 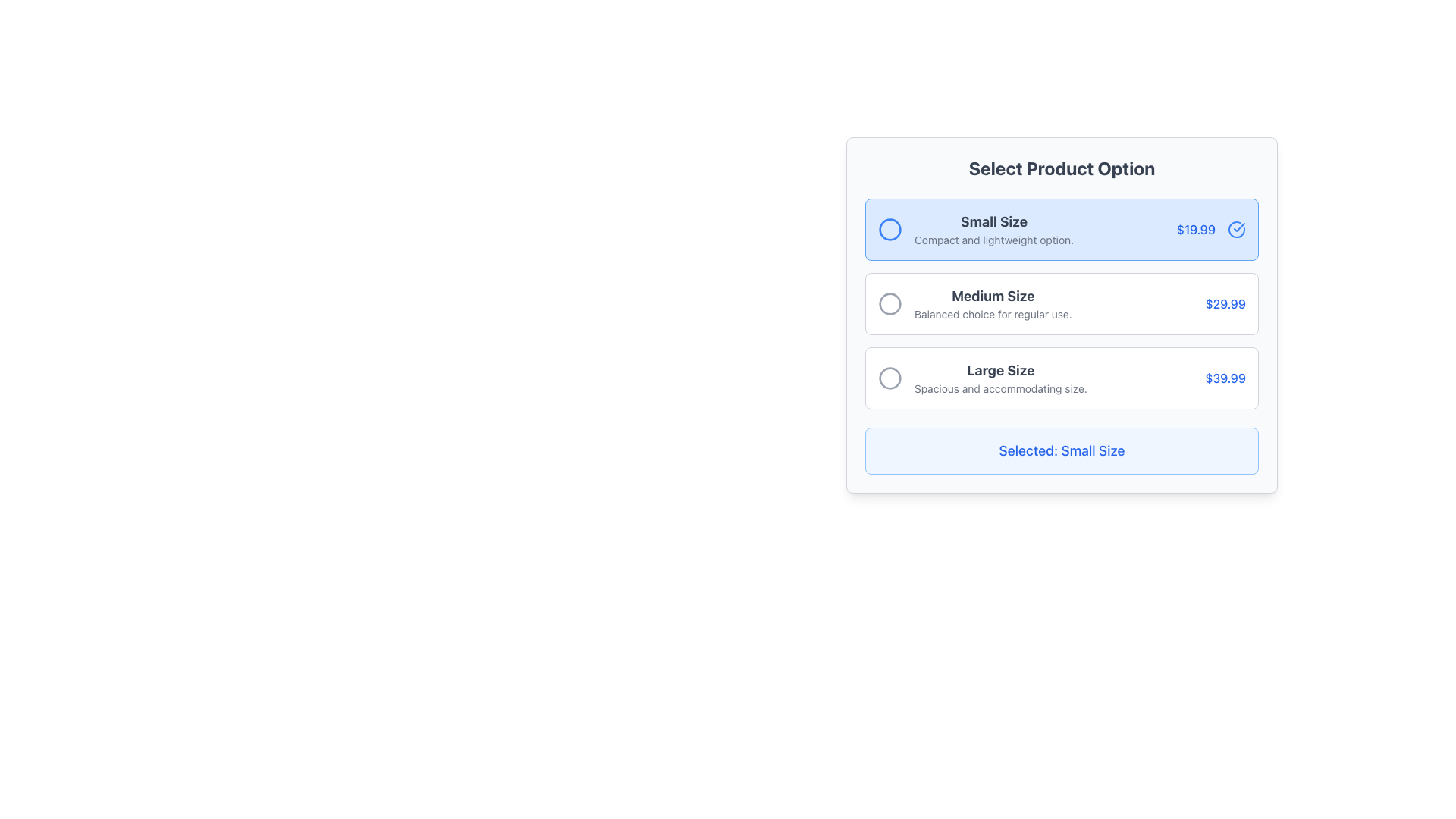 I want to click on the 'Medium Size' option title text label in the selection card, which is positioned above the description 'Balanced choice for regular use.' and next to the price '$29.99', so click(x=993, y=296).